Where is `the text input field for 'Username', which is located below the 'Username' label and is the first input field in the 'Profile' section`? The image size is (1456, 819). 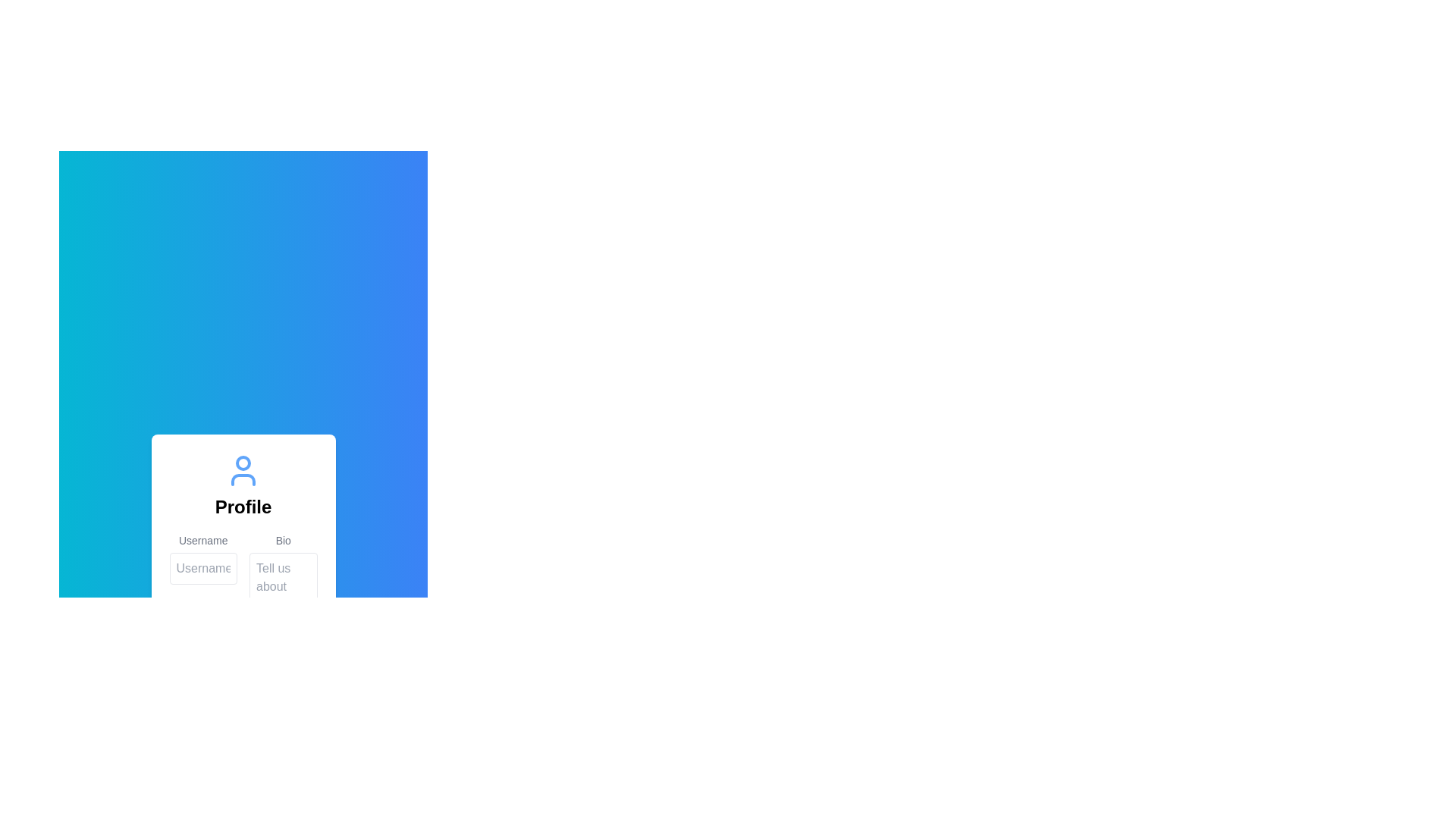
the text input field for 'Username', which is located below the 'Username' label and is the first input field in the 'Profile' section is located at coordinates (202, 568).